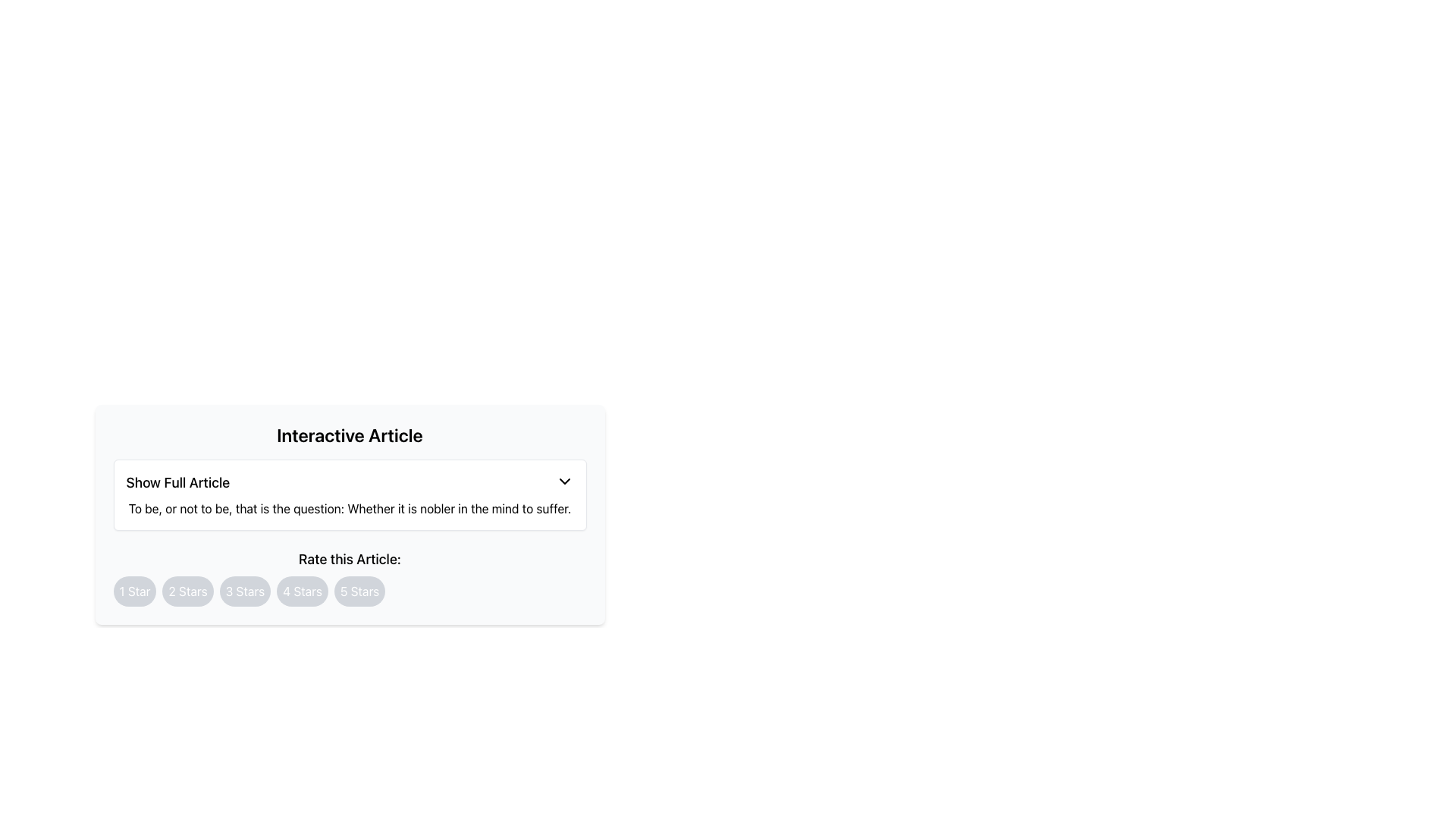  What do you see at coordinates (349, 509) in the screenshot?
I see `content displayed in the static text element located beneath the 'Show Full Article' title and dropdown button` at bounding box center [349, 509].